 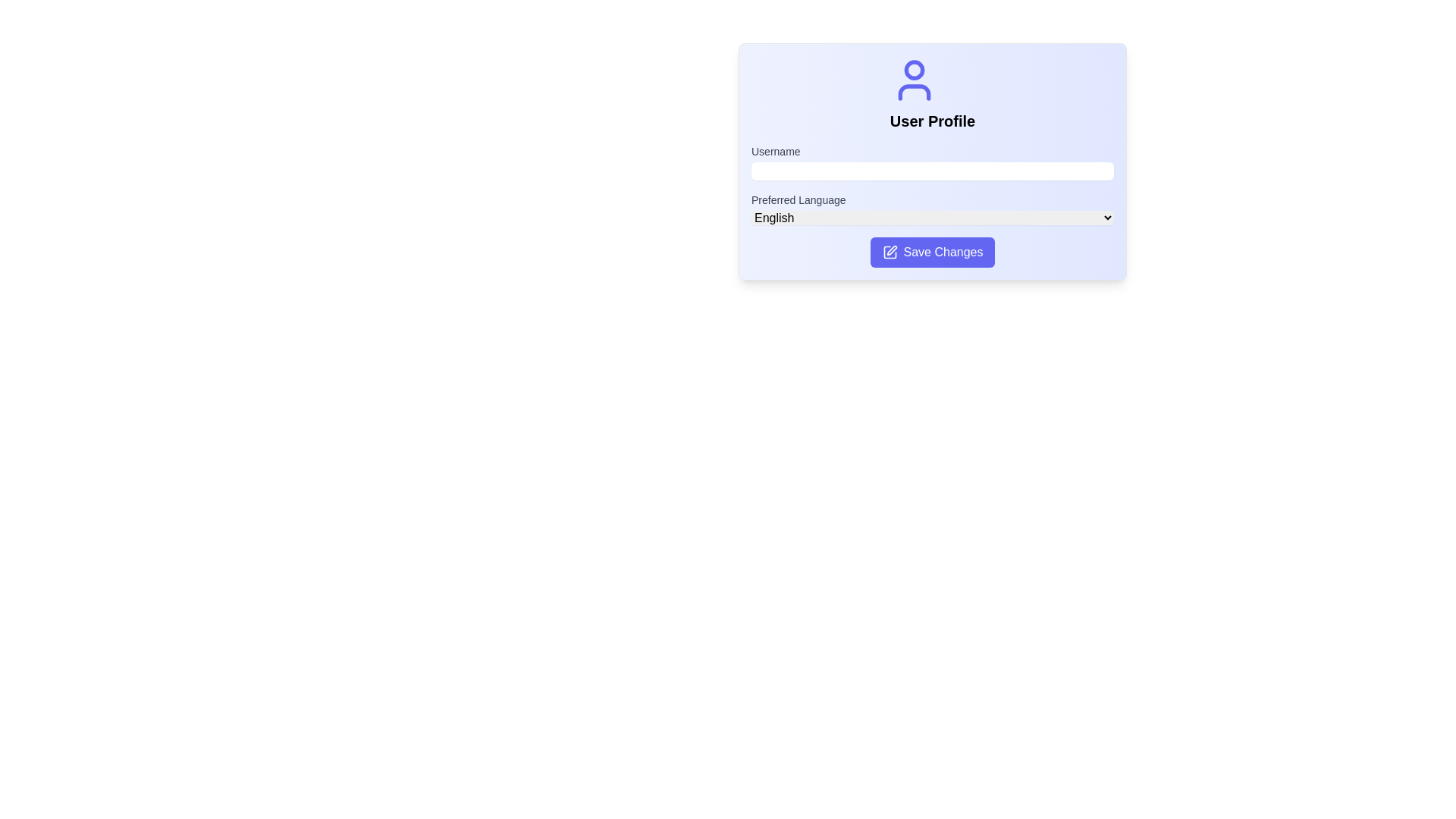 I want to click on the 'Save Changes' button, which is a rectangular button with a purple background and white text, located in the bottom center of the 'User Profile' section, so click(x=931, y=251).